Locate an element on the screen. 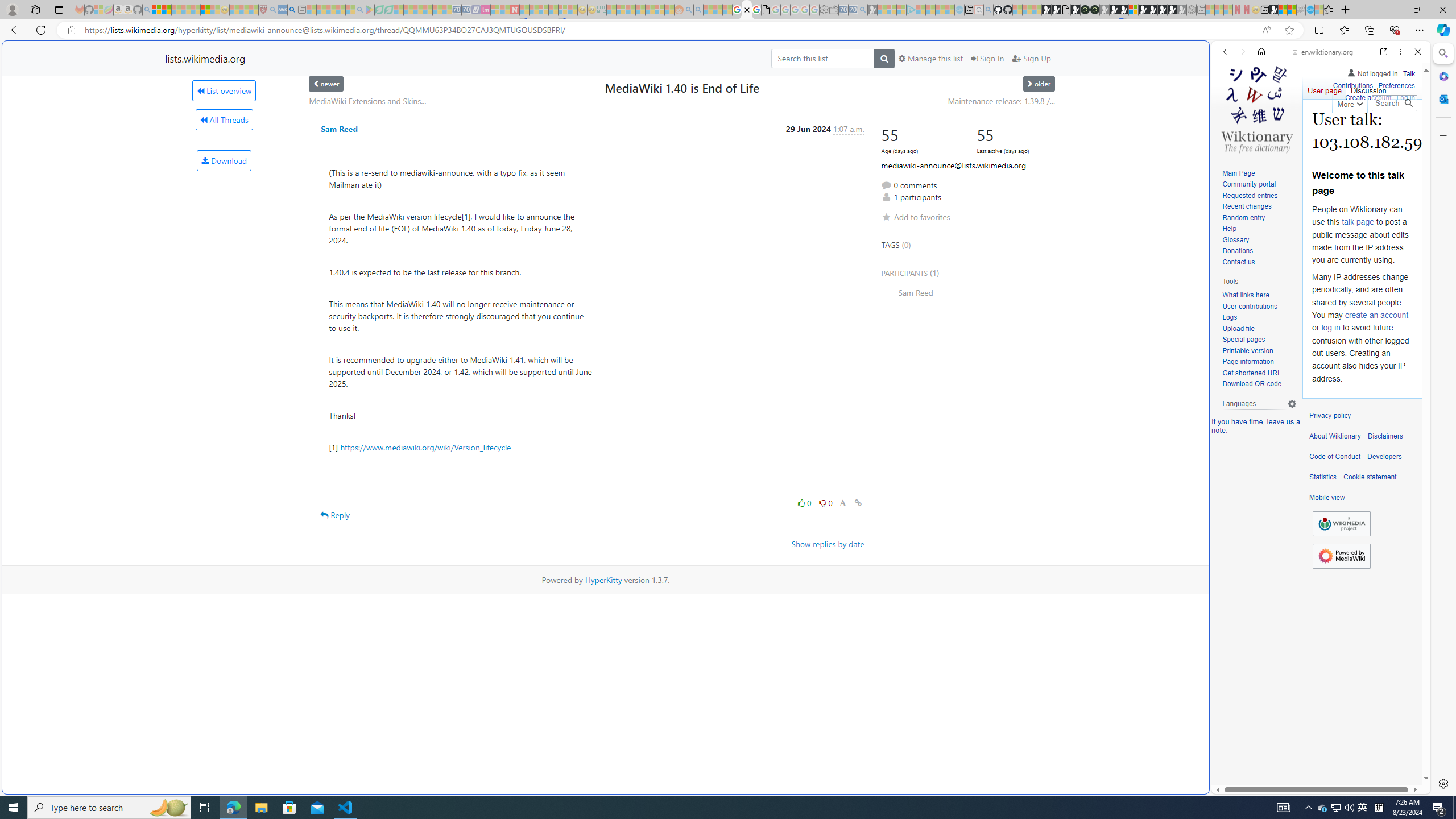 Image resolution: width=1456 pixels, height=819 pixels. 'Help' is located at coordinates (1259, 229).